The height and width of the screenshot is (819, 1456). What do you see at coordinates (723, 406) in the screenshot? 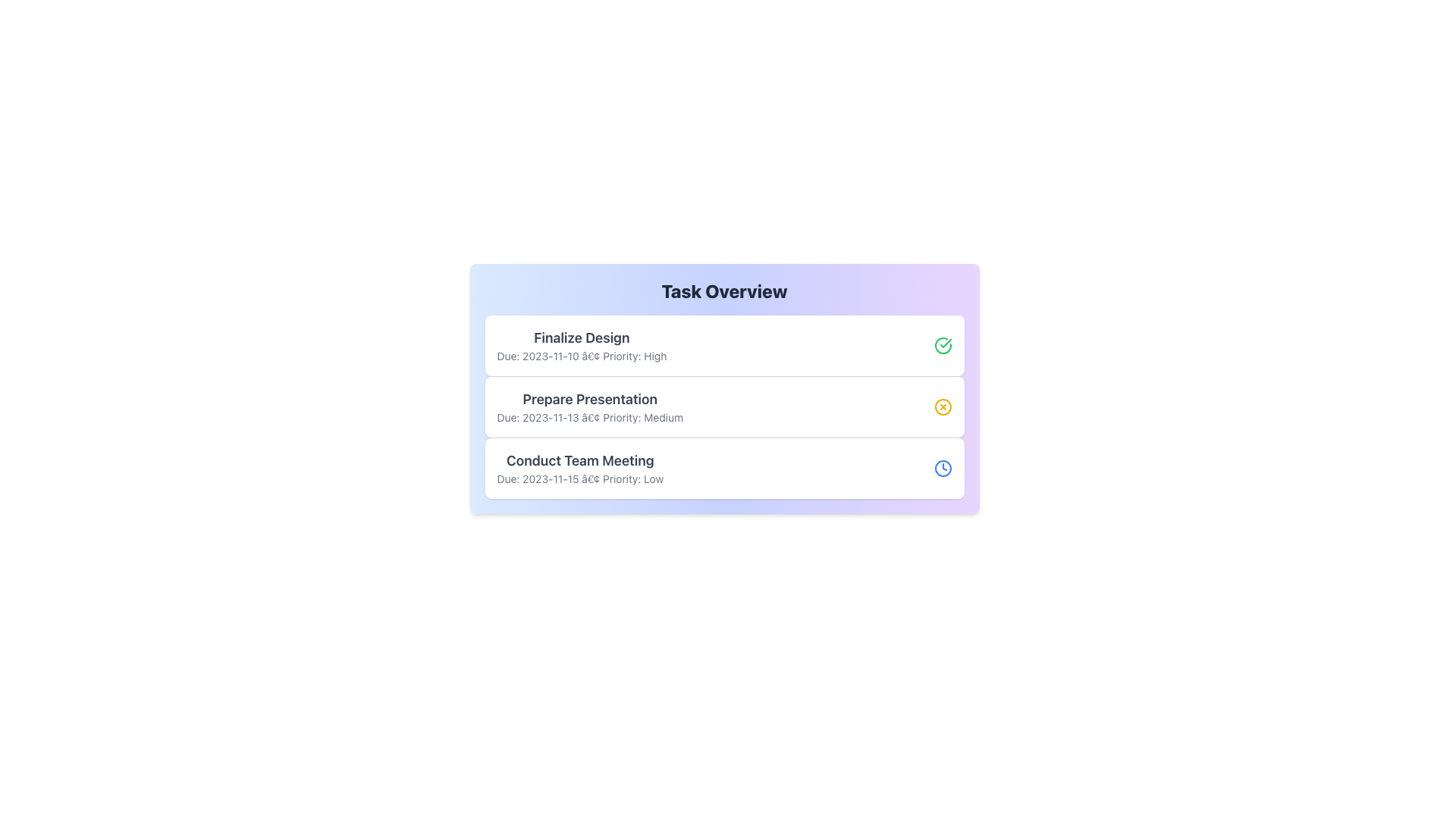
I see `the list item displaying the task 'Prepare Presentation' with due date '2023-11-13' and priority level 'Medium.'` at bounding box center [723, 406].